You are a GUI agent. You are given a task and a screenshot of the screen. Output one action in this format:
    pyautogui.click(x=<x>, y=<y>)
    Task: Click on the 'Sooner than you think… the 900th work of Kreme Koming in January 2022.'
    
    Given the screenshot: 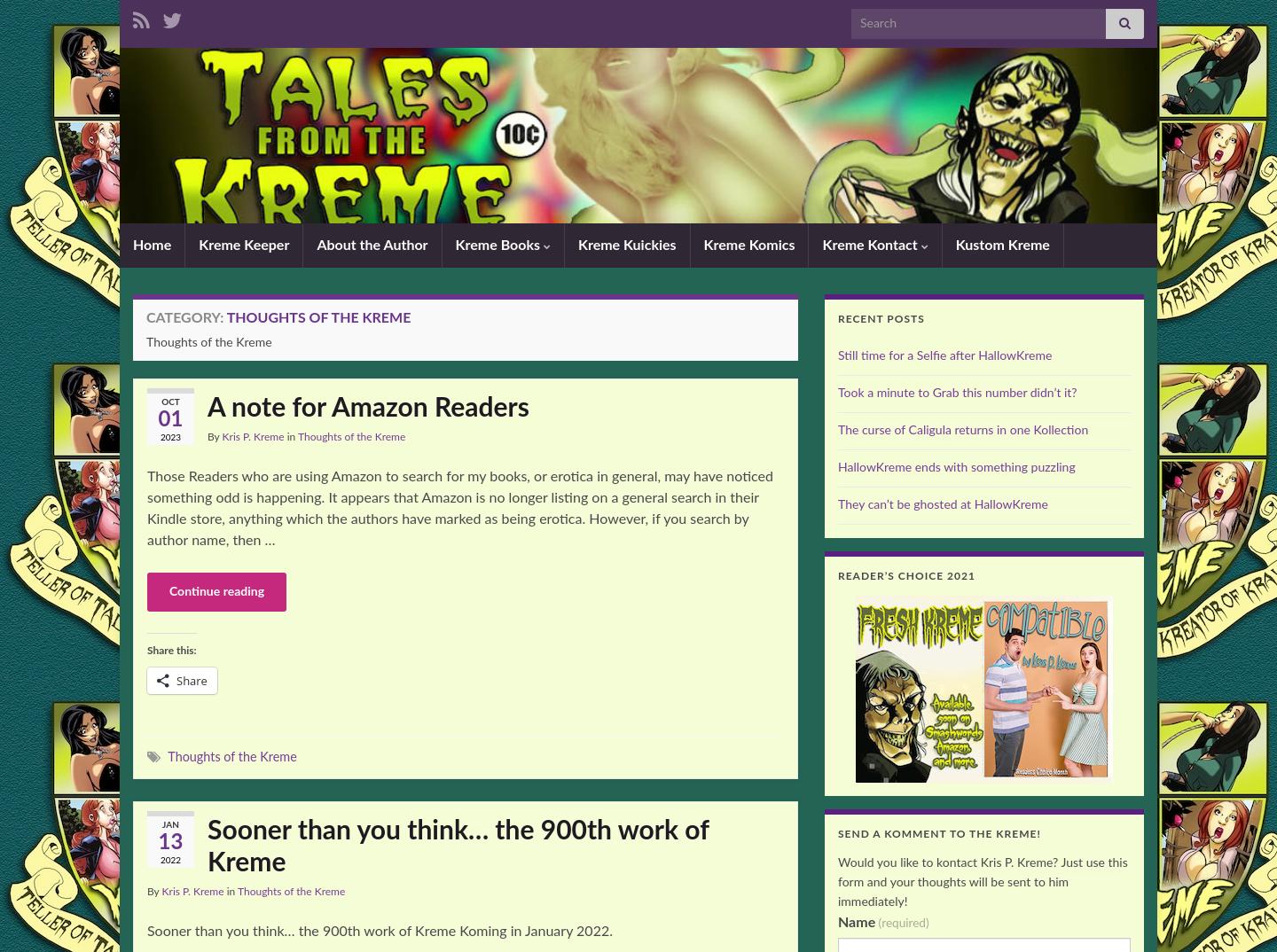 What is the action you would take?
    pyautogui.click(x=379, y=931)
    